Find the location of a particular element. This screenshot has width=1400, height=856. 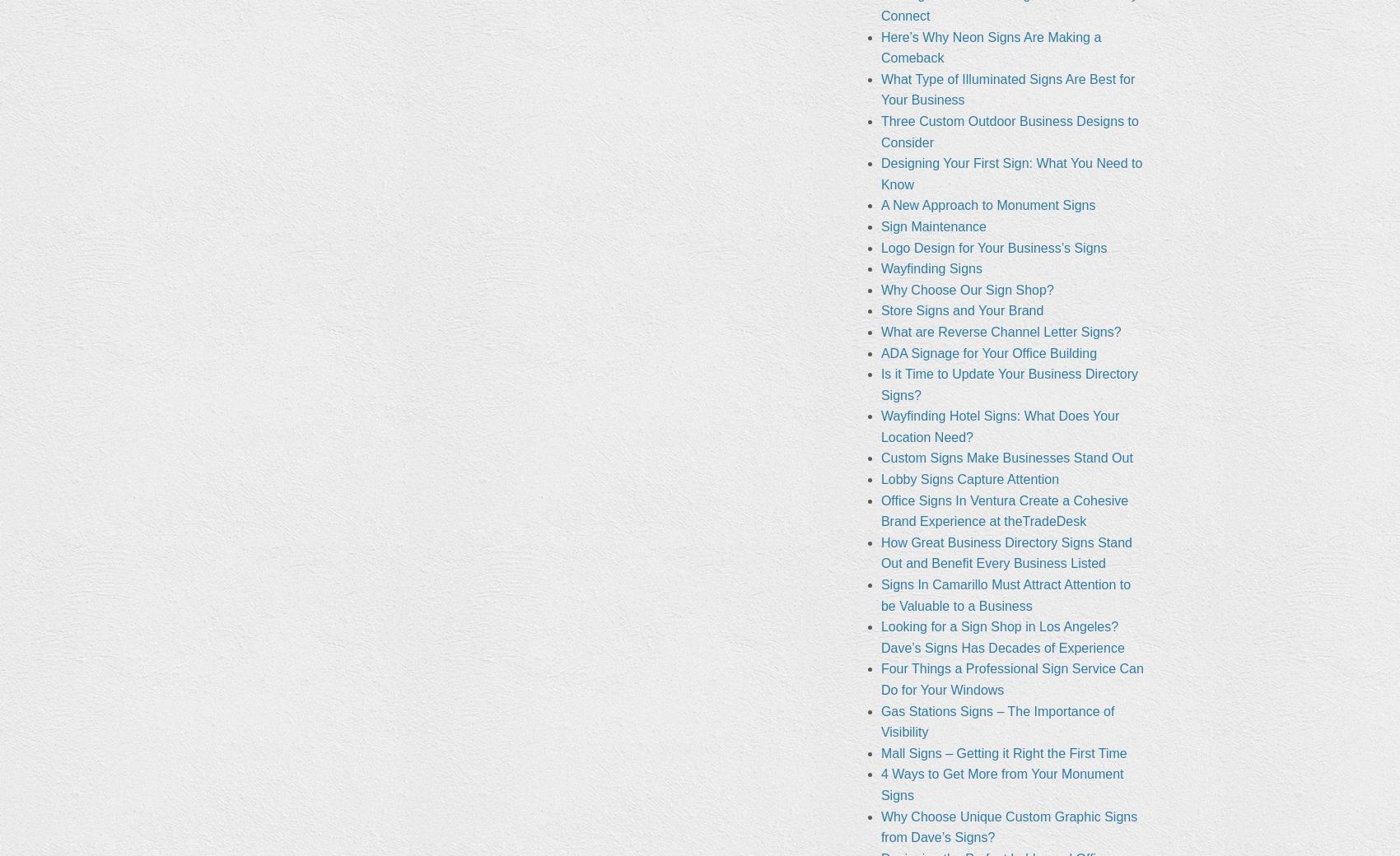

'Sign Maintenance' is located at coordinates (933, 225).